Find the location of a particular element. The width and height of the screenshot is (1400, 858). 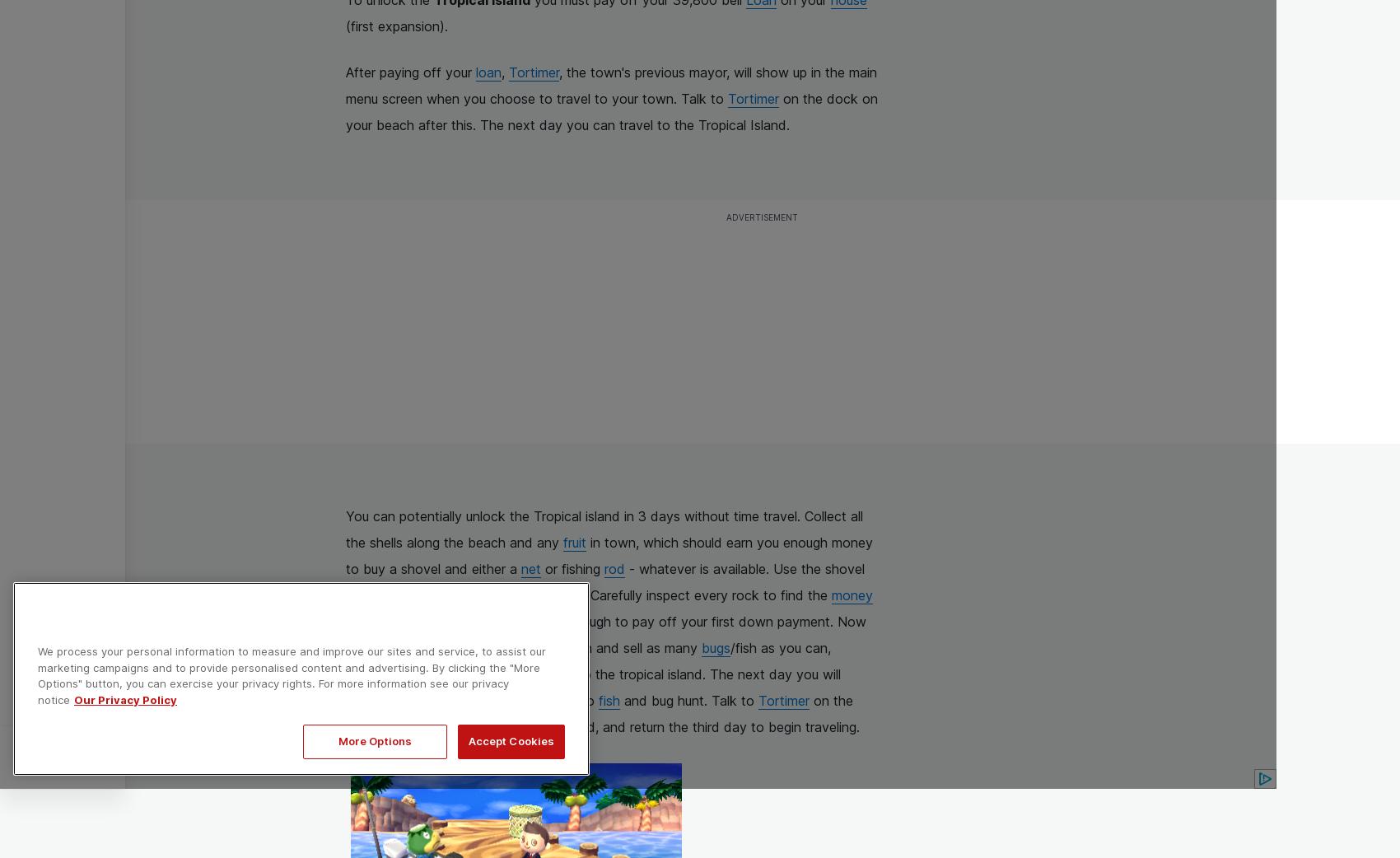

'Register' is located at coordinates (150, 756).